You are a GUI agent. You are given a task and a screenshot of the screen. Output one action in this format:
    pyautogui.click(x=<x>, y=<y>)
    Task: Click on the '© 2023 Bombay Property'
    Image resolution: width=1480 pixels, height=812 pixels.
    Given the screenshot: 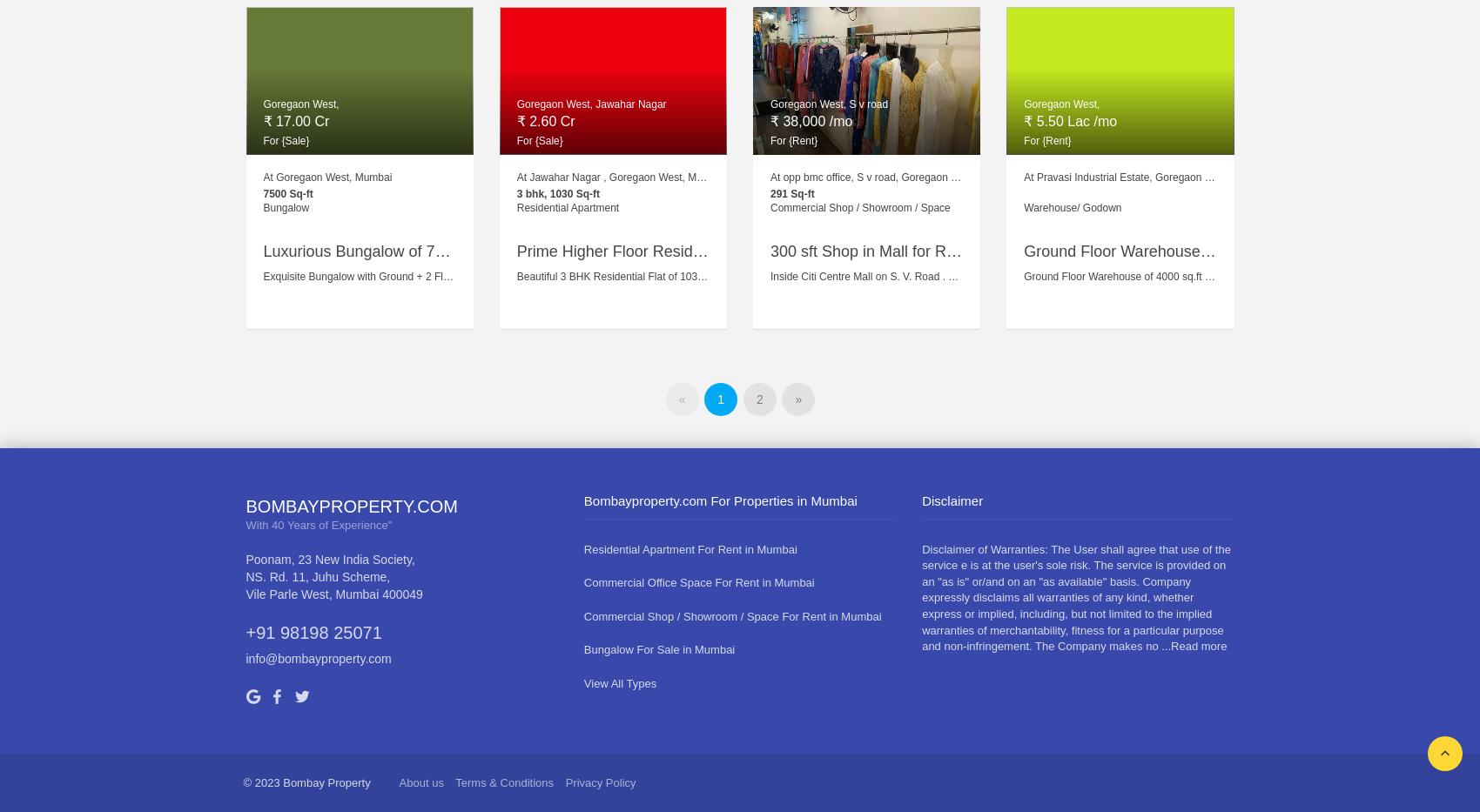 What is the action you would take?
    pyautogui.click(x=242, y=782)
    